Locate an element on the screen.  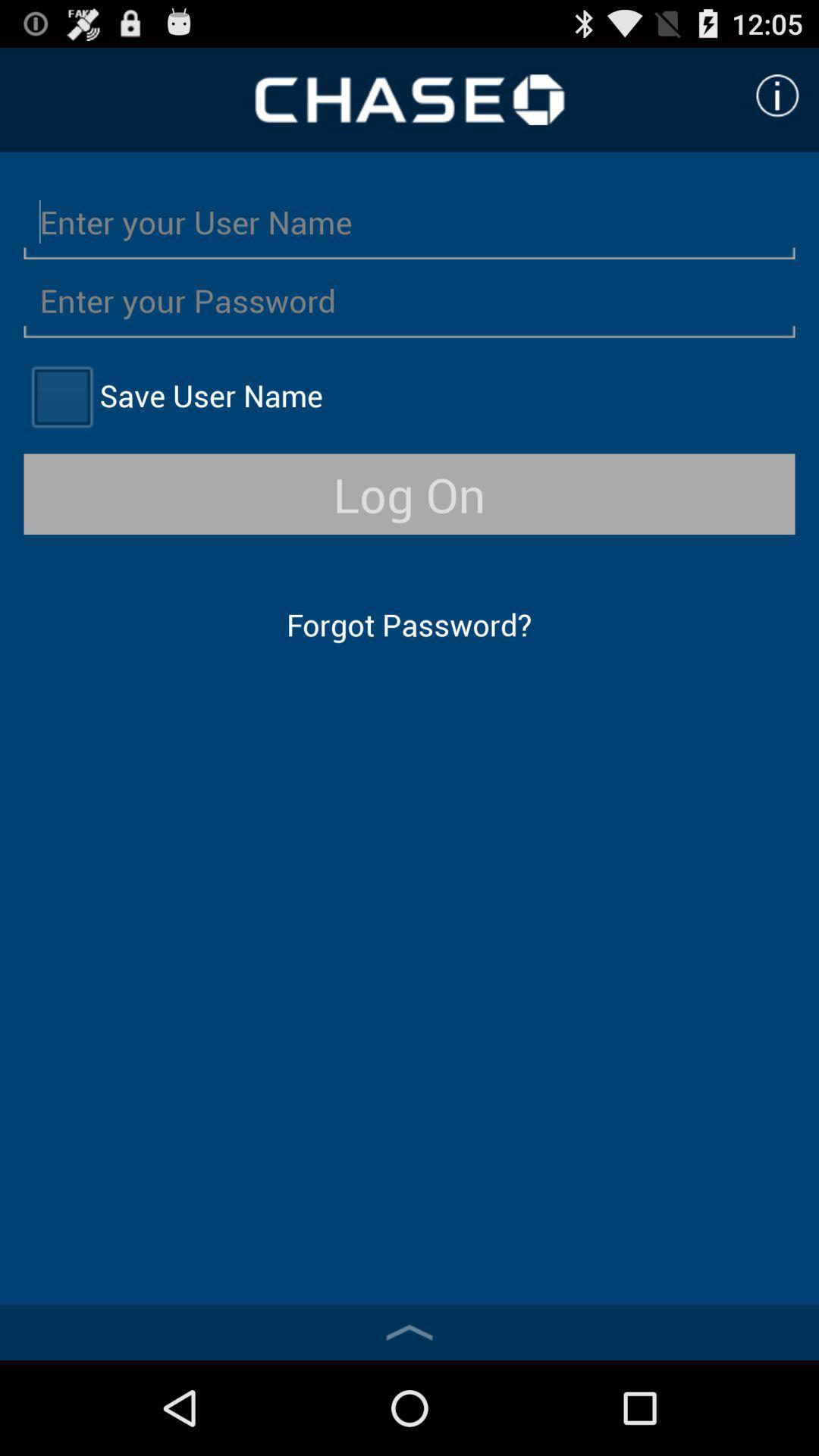
the forgot password? is located at coordinates (408, 624).